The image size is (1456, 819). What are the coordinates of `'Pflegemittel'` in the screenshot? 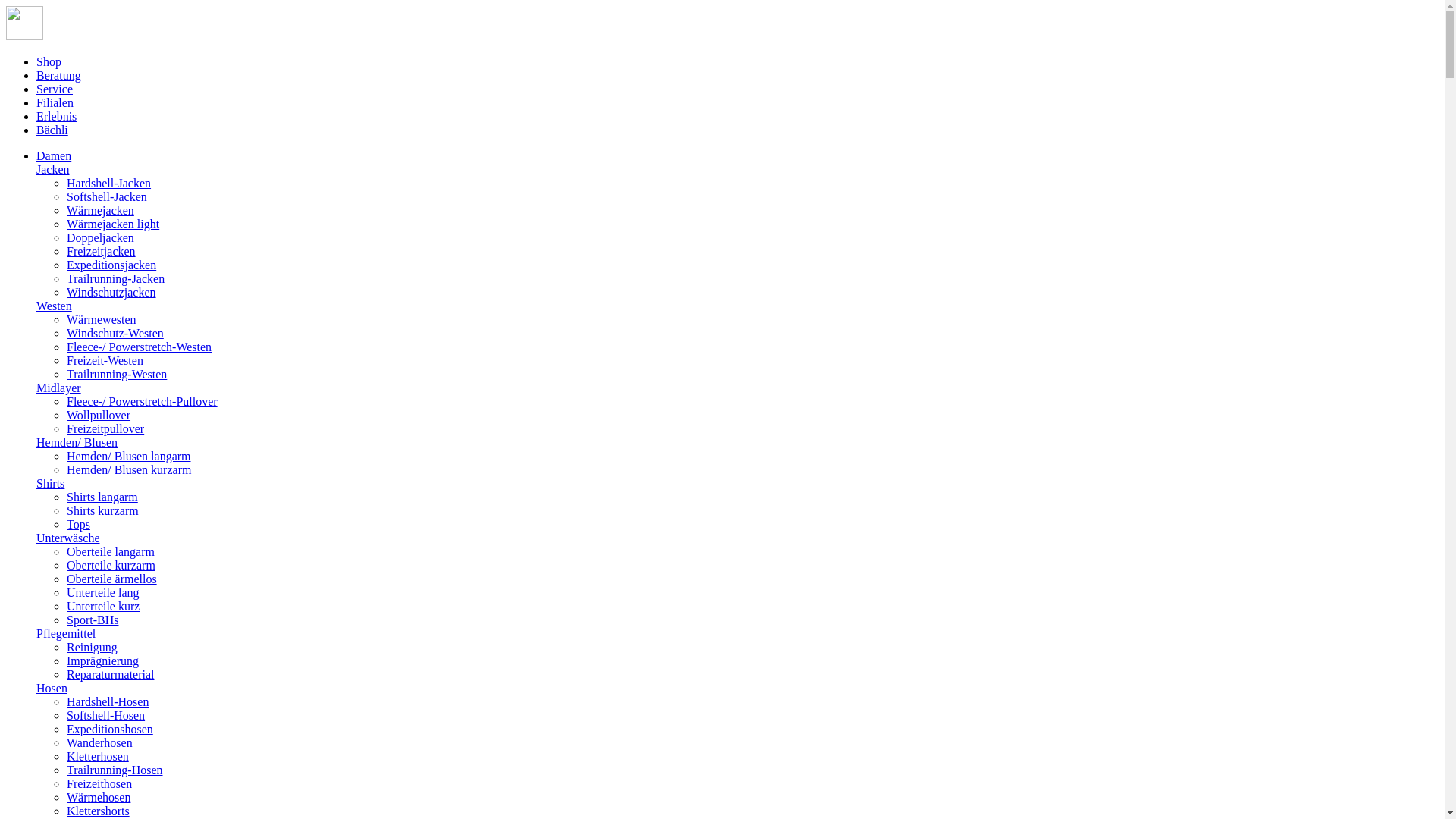 It's located at (64, 633).